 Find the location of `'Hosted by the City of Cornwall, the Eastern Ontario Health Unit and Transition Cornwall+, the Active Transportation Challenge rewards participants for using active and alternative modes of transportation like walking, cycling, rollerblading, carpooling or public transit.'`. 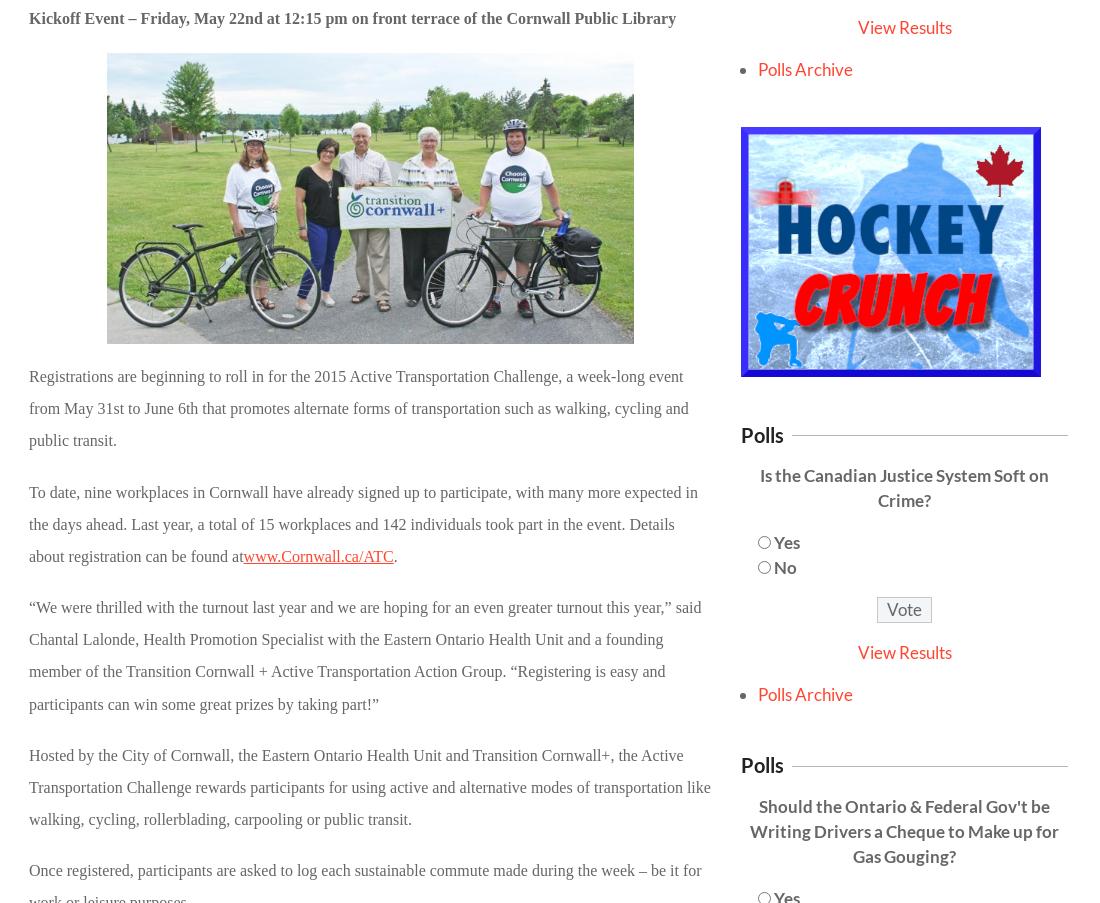

'Hosted by the City of Cornwall, the Eastern Ontario Health Unit and Transition Cornwall+, the Active Transportation Challenge rewards participants for using active and alternative modes of transportation like walking, cycling, rollerblading, carpooling or public transit.' is located at coordinates (369, 785).